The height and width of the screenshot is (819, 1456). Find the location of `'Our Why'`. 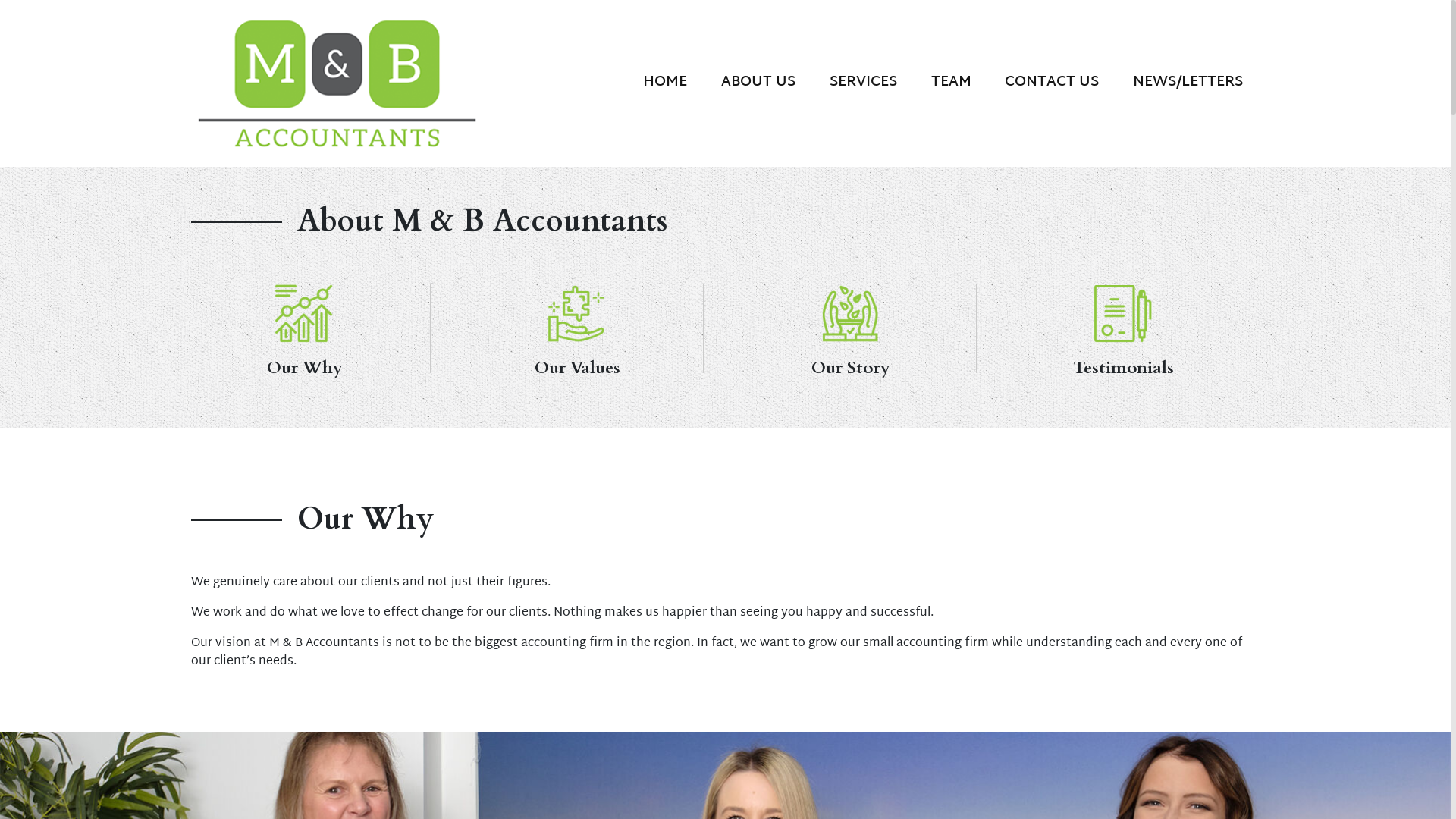

'Our Why' is located at coordinates (304, 312).